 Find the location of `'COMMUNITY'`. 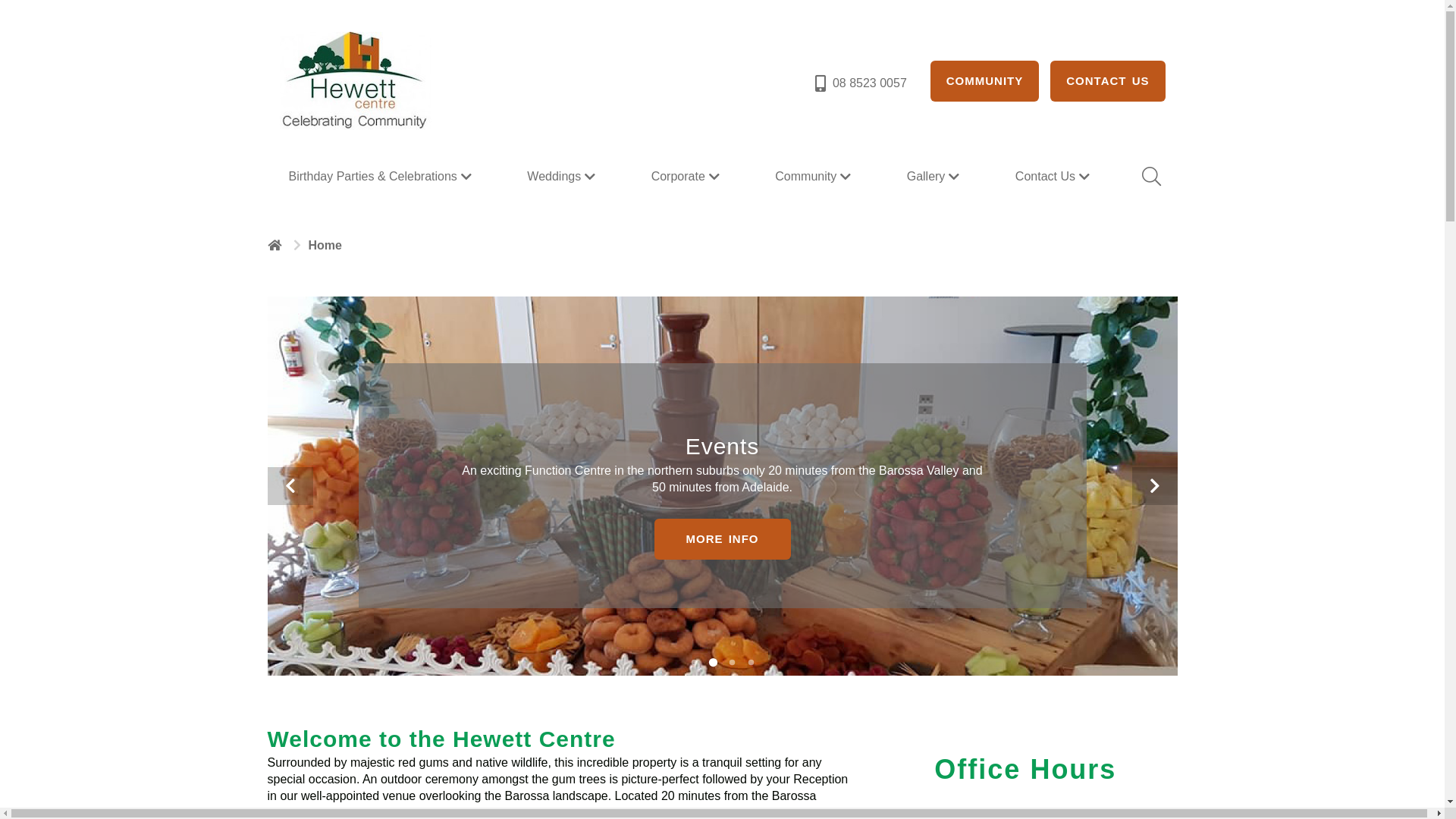

'COMMUNITY' is located at coordinates (930, 81).